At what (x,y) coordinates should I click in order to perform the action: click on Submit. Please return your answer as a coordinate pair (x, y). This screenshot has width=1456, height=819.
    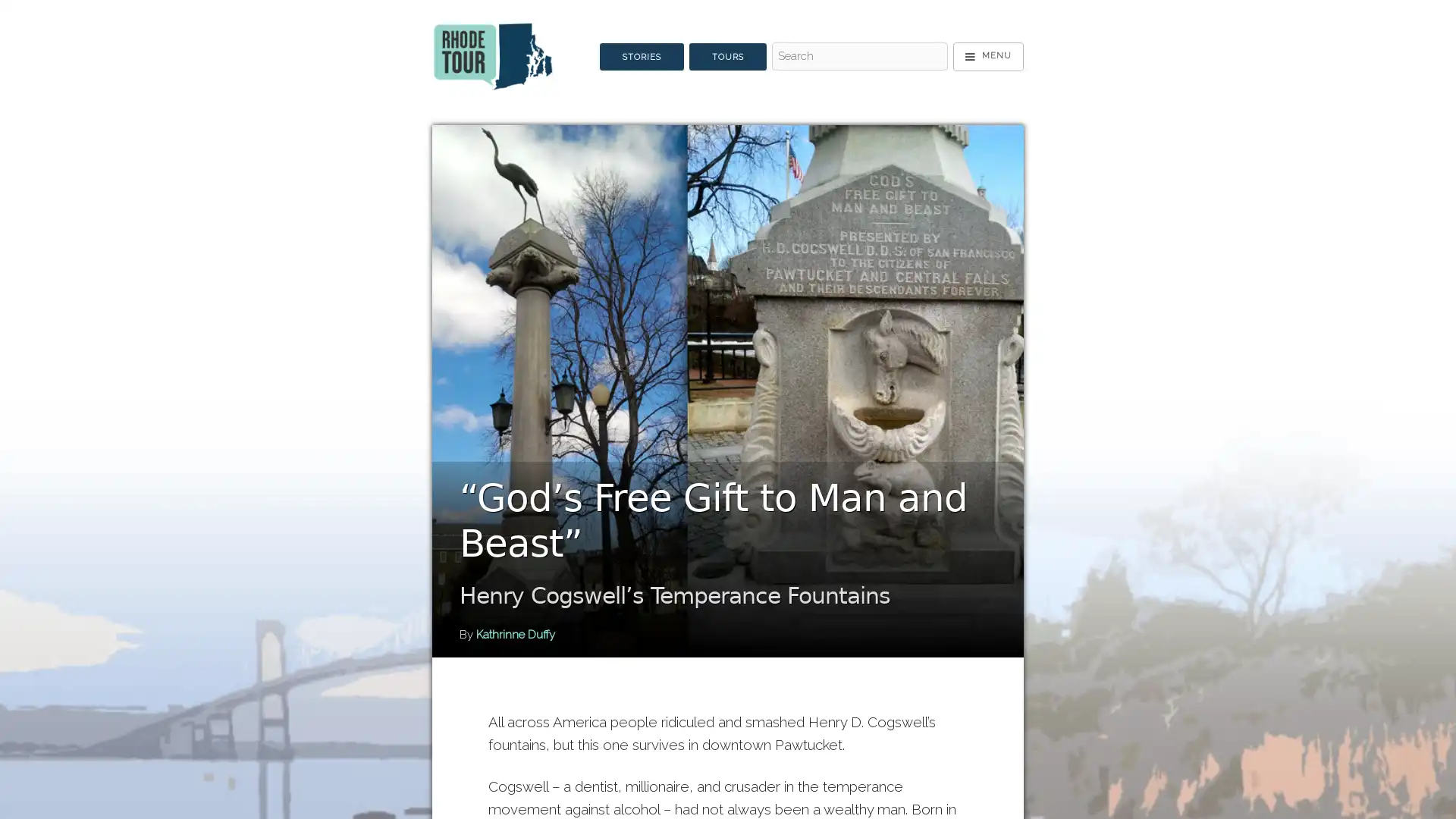
    Looking at the image, I should click on (792, 84).